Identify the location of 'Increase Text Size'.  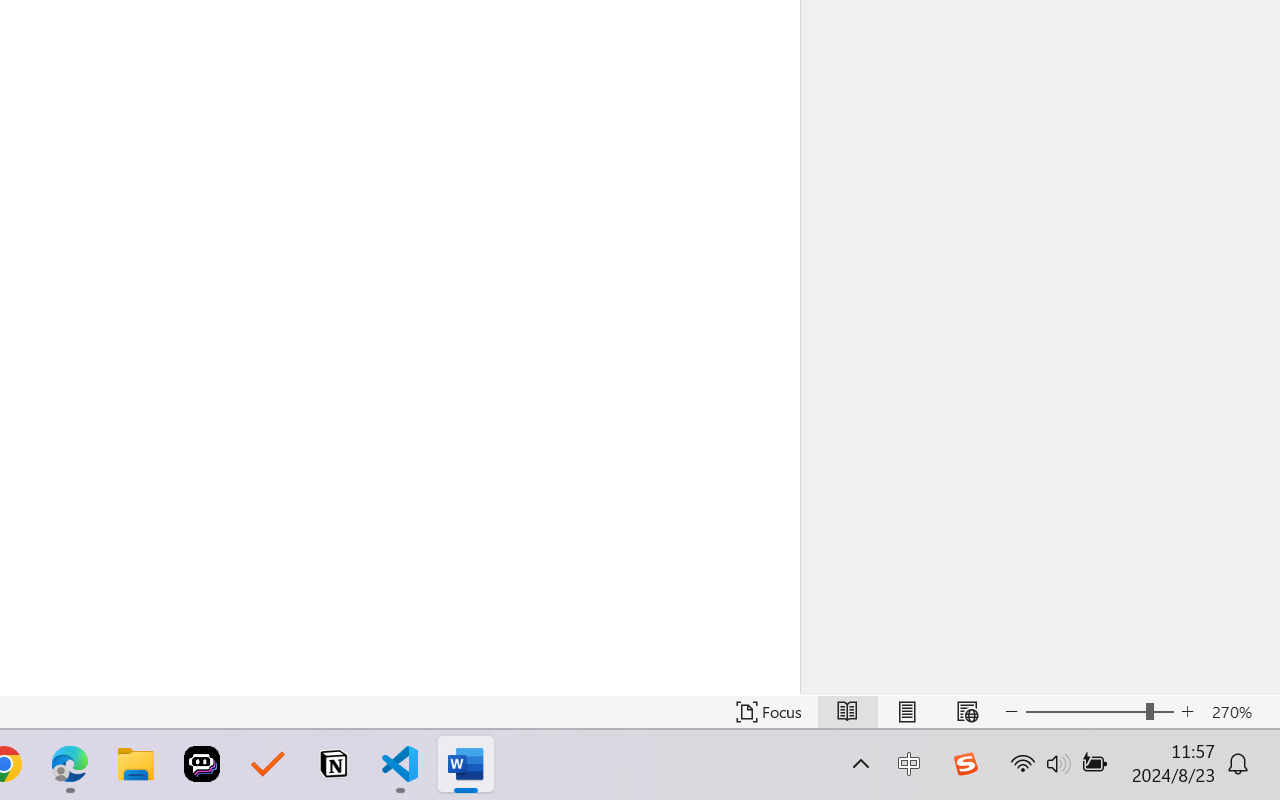
(1187, 711).